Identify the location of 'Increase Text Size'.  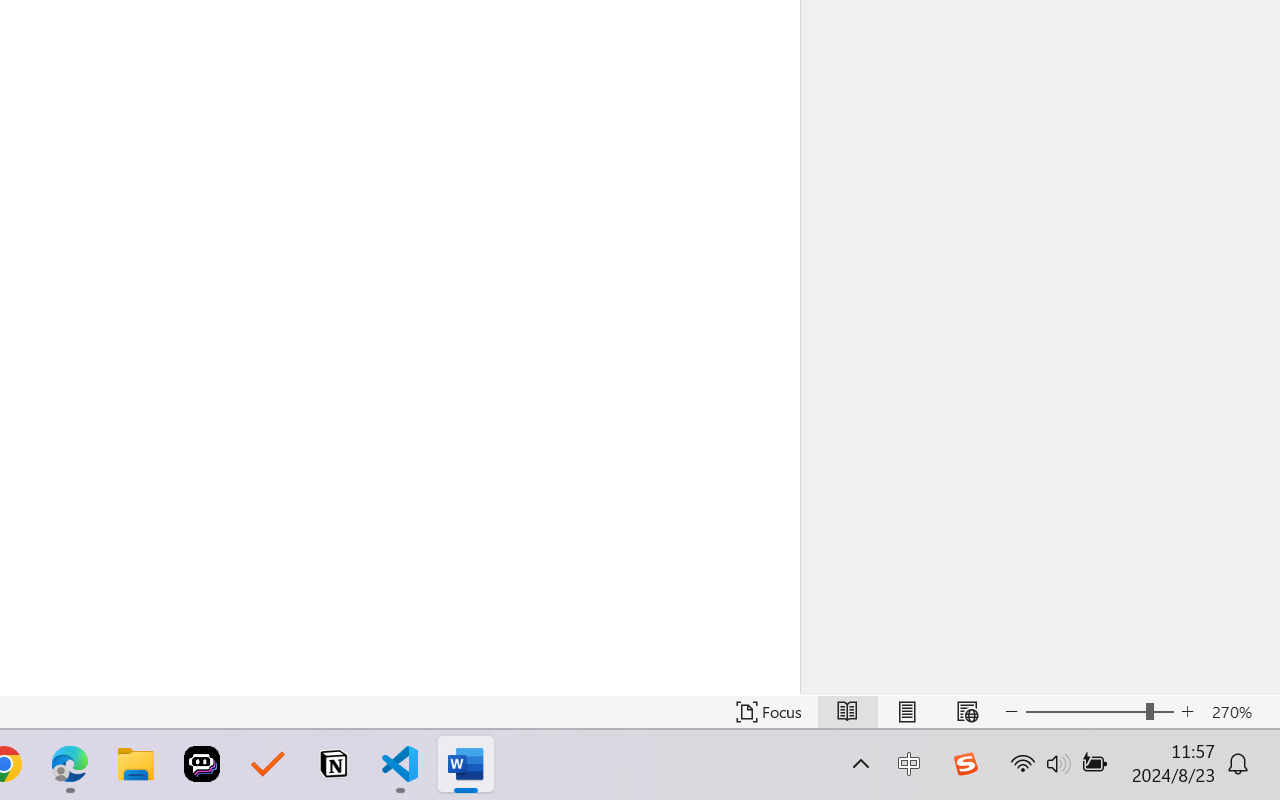
(1187, 711).